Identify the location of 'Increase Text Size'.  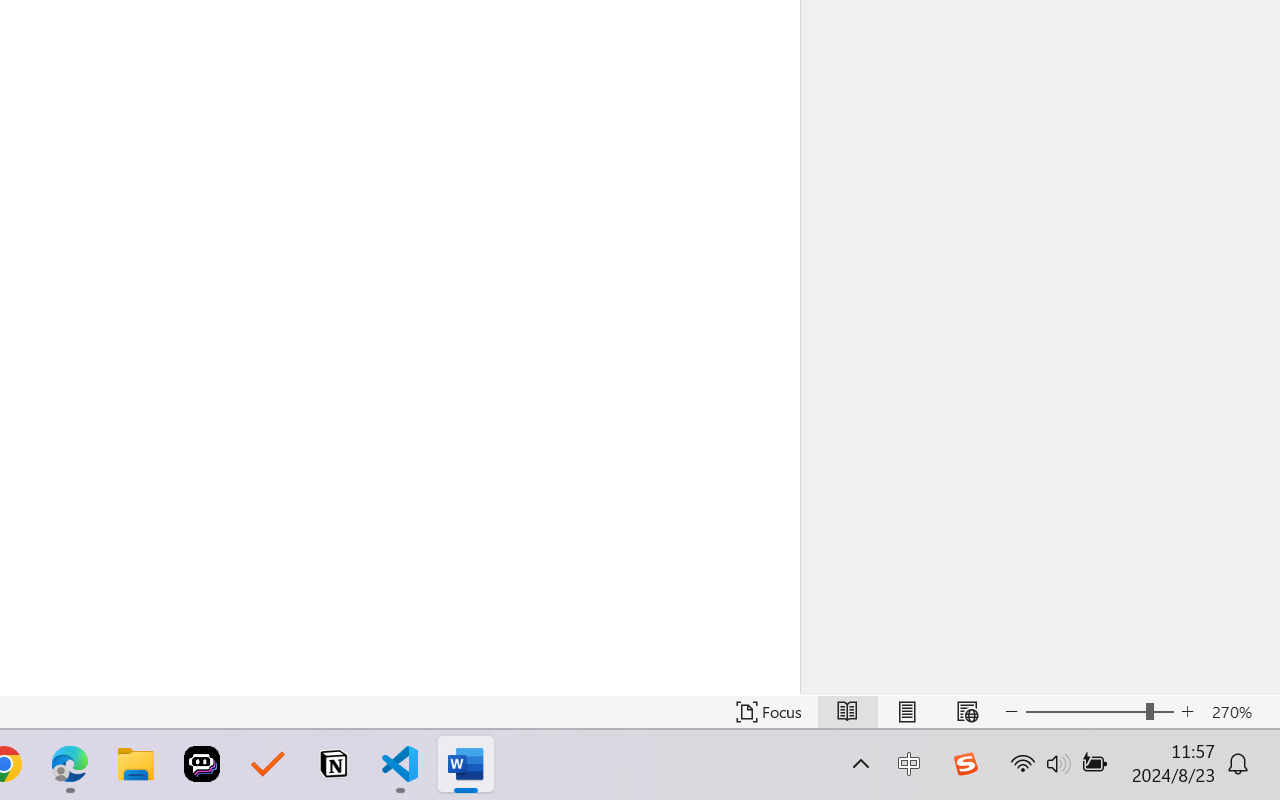
(1187, 711).